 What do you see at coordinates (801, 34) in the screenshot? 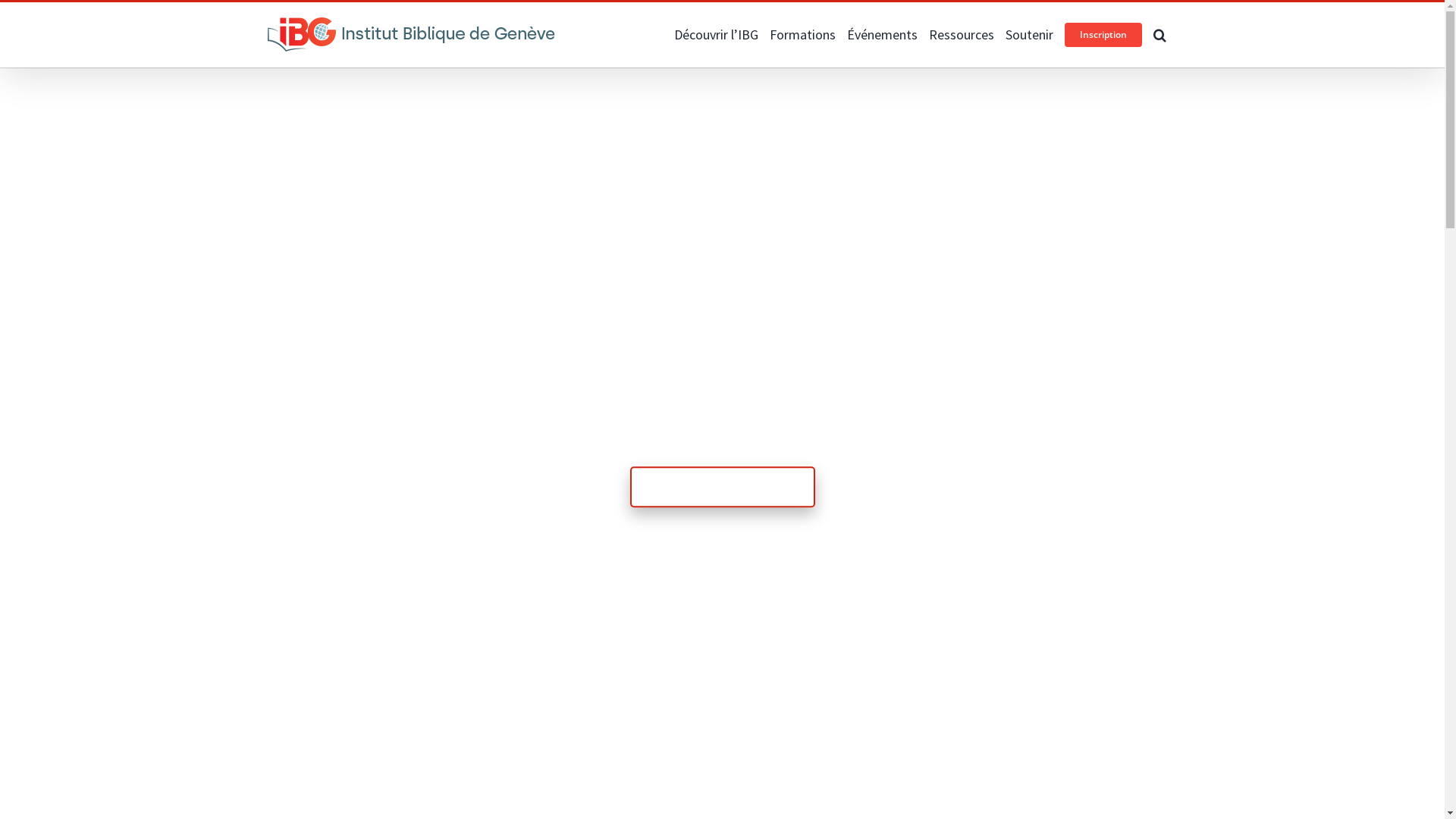
I see `'Formations'` at bounding box center [801, 34].